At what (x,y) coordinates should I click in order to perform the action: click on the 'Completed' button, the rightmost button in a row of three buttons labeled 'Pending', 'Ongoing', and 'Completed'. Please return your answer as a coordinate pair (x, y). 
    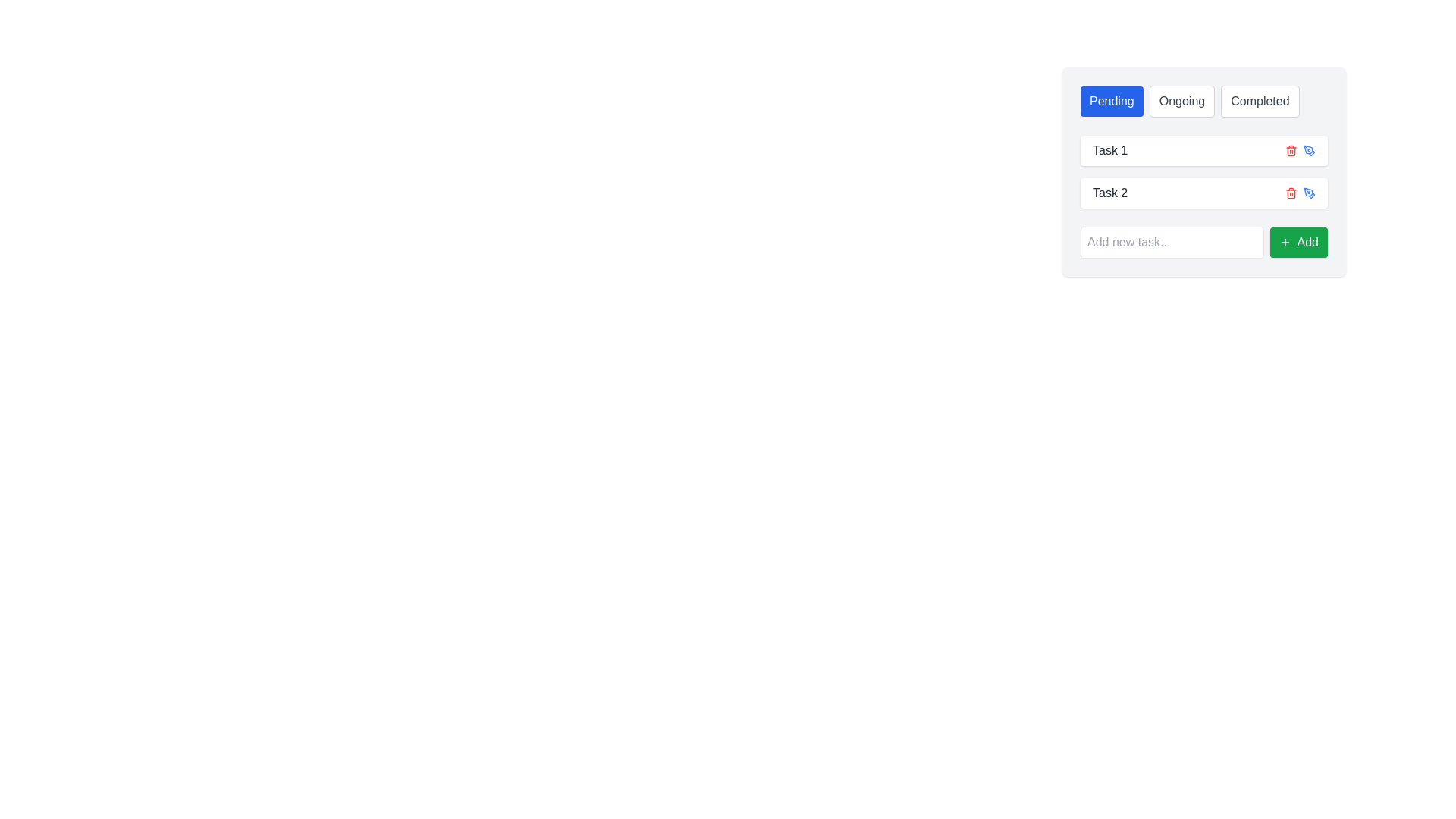
    Looking at the image, I should click on (1260, 102).